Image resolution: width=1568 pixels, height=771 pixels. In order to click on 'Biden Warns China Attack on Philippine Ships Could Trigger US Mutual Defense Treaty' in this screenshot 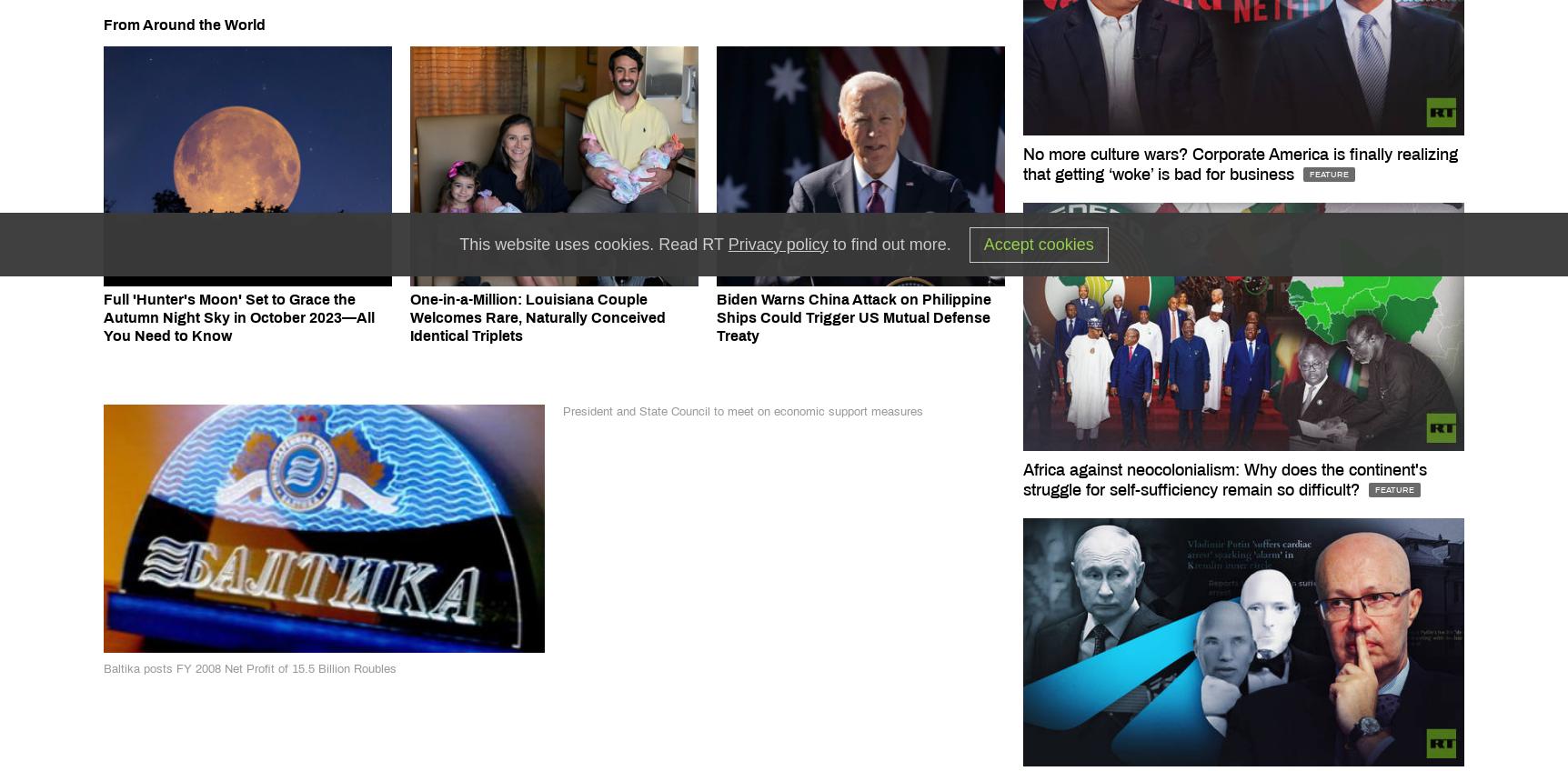, I will do `click(853, 316)`.